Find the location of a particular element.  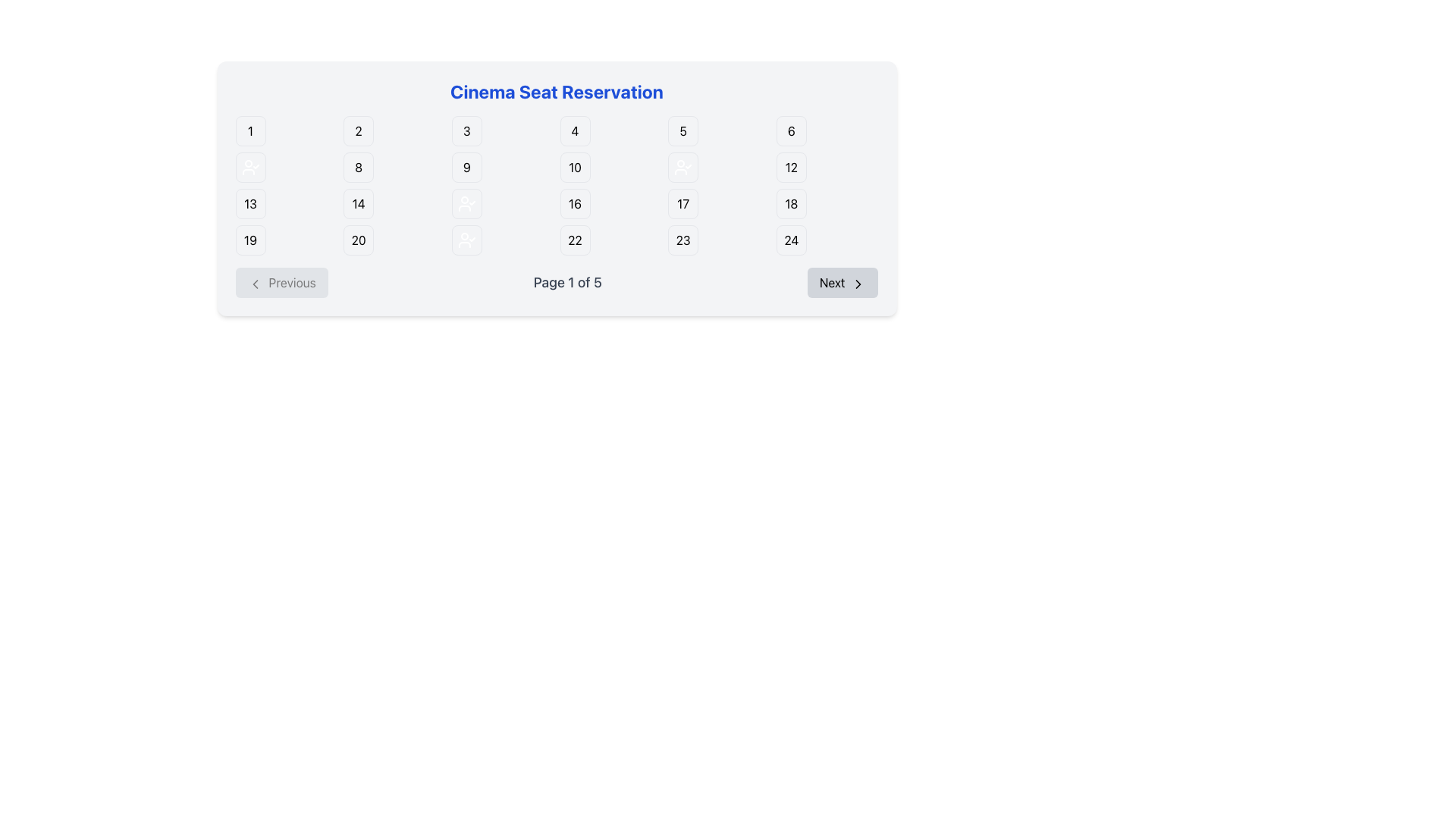

seat number displayed on the Grid Item Button, which is a square button with the number '4' in black on a white background, located in the first row and fourth column of the grid is located at coordinates (574, 130).